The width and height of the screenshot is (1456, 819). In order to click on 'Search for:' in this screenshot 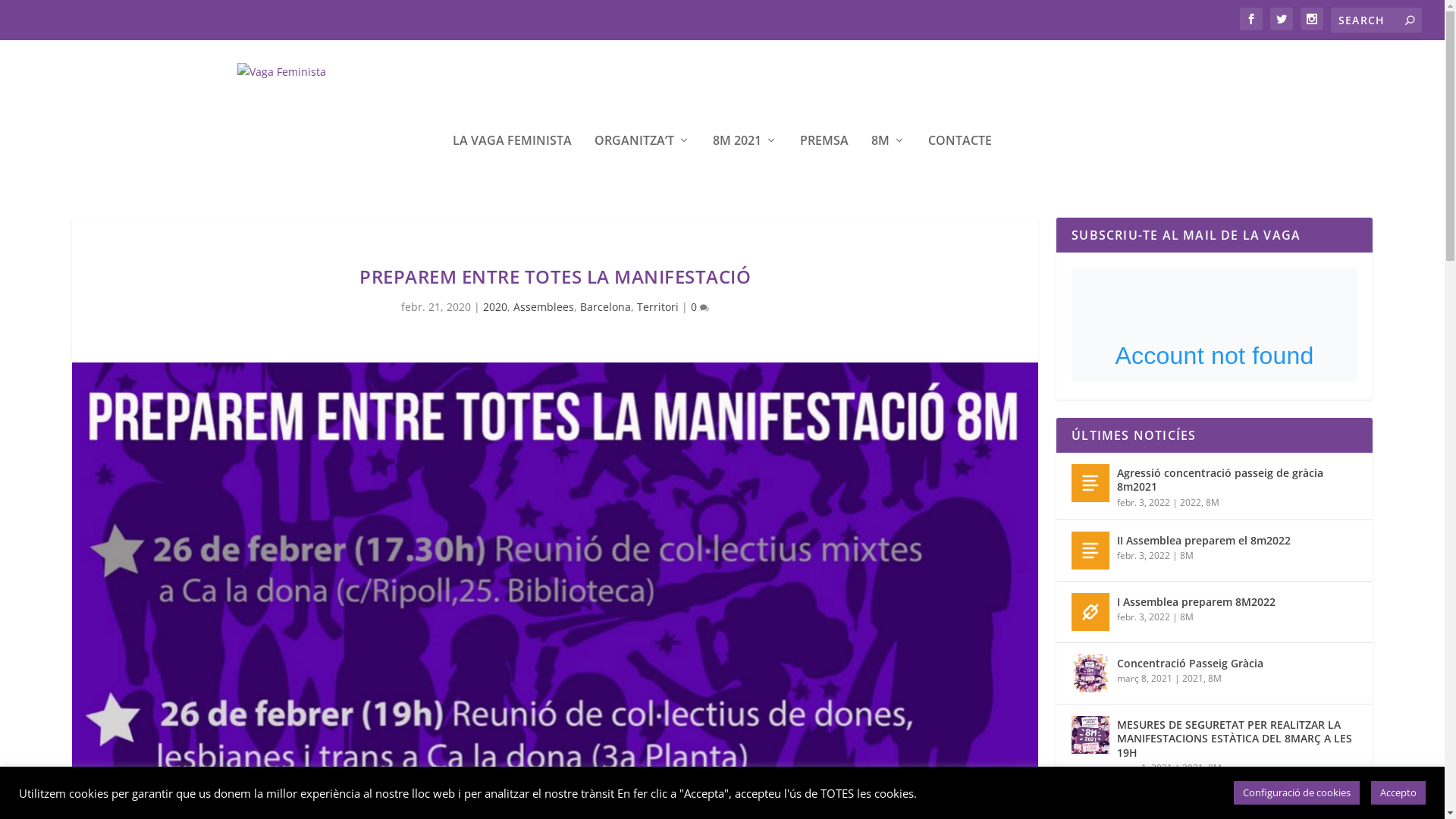, I will do `click(1376, 20)`.